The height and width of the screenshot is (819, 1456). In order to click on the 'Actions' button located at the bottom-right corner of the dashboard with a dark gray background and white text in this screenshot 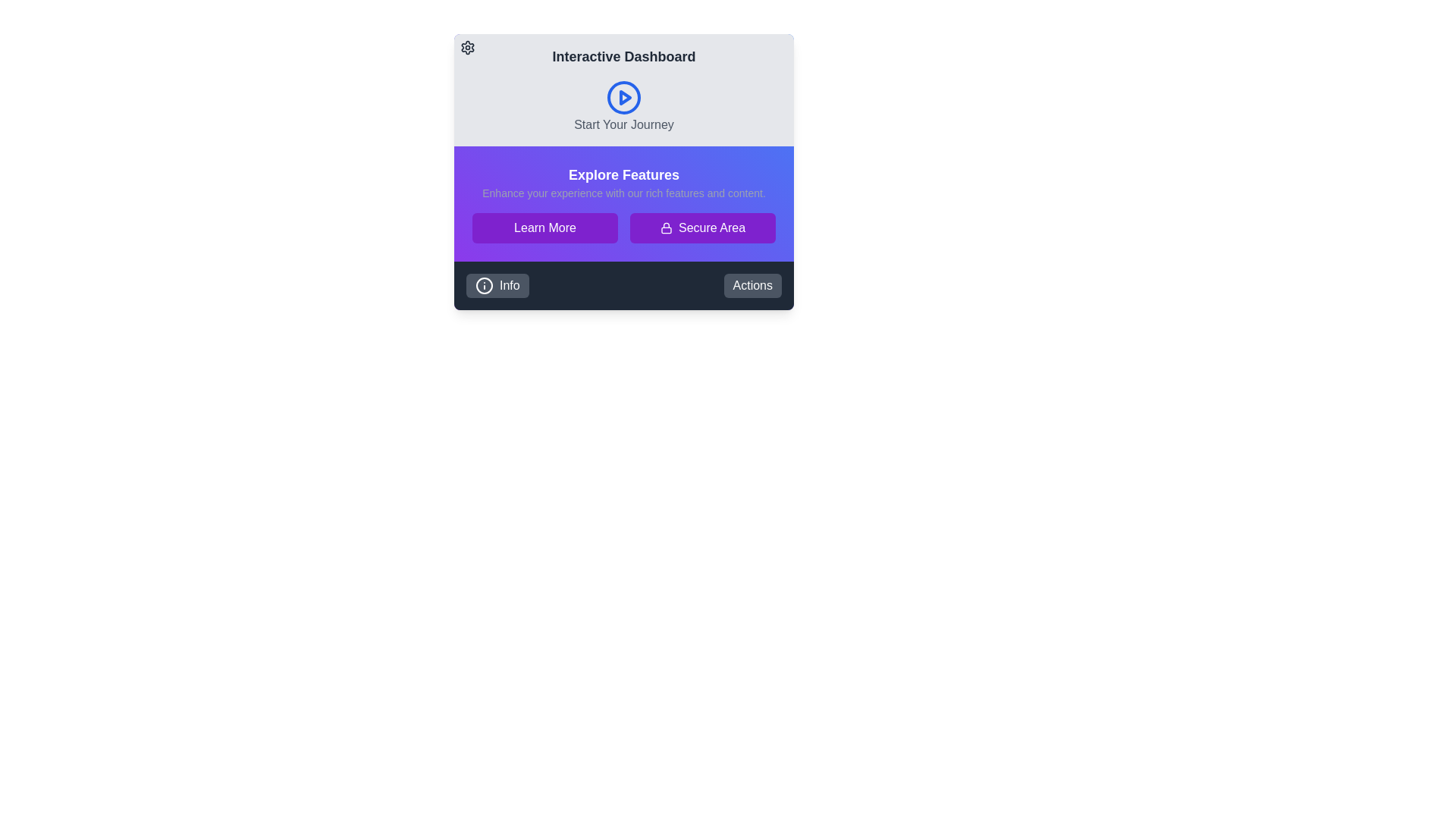, I will do `click(752, 286)`.